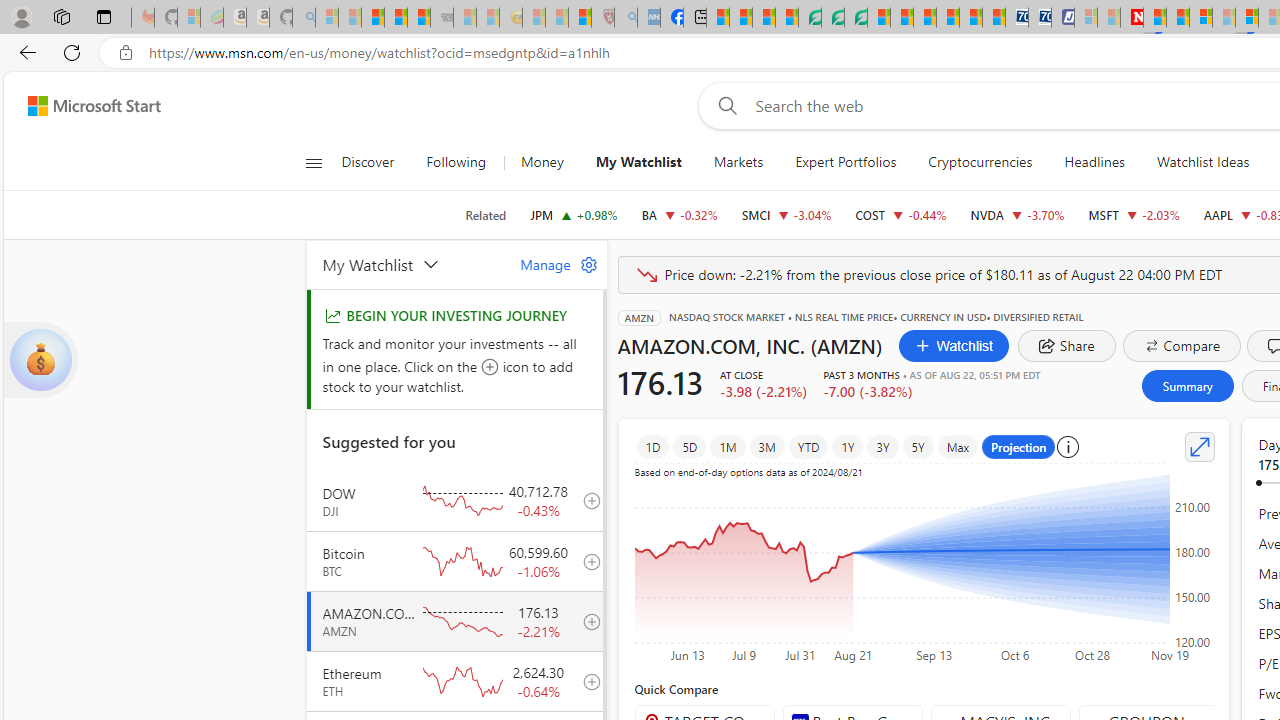 Image resolution: width=1280 pixels, height=720 pixels. I want to click on 'Class: recharts-surface', so click(923, 568).